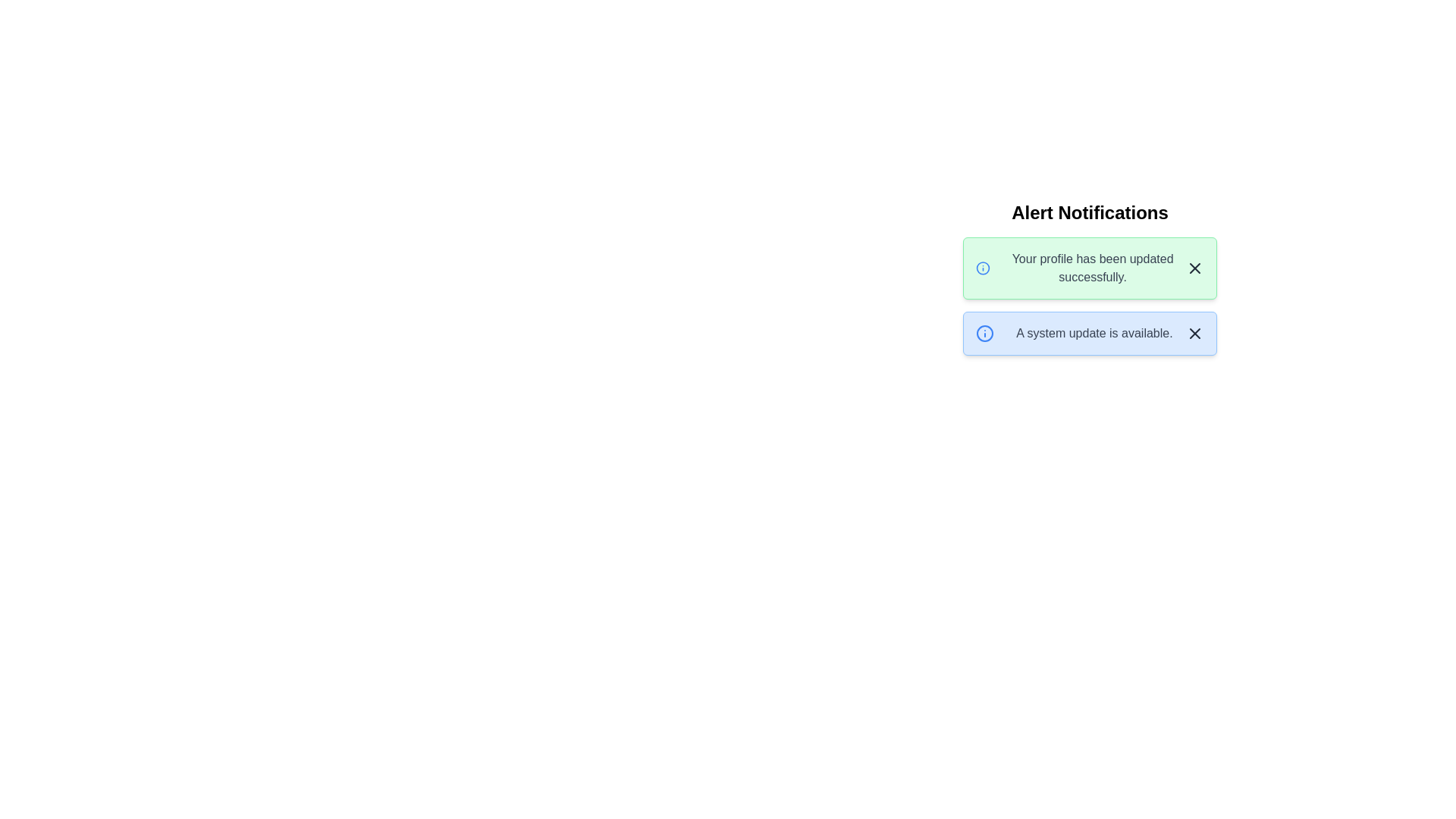 This screenshot has width=1456, height=819. I want to click on the 'X' icon button with a light blue background located in the top-right corner of the notification card that displays 'A system update is available.', so click(1194, 332).